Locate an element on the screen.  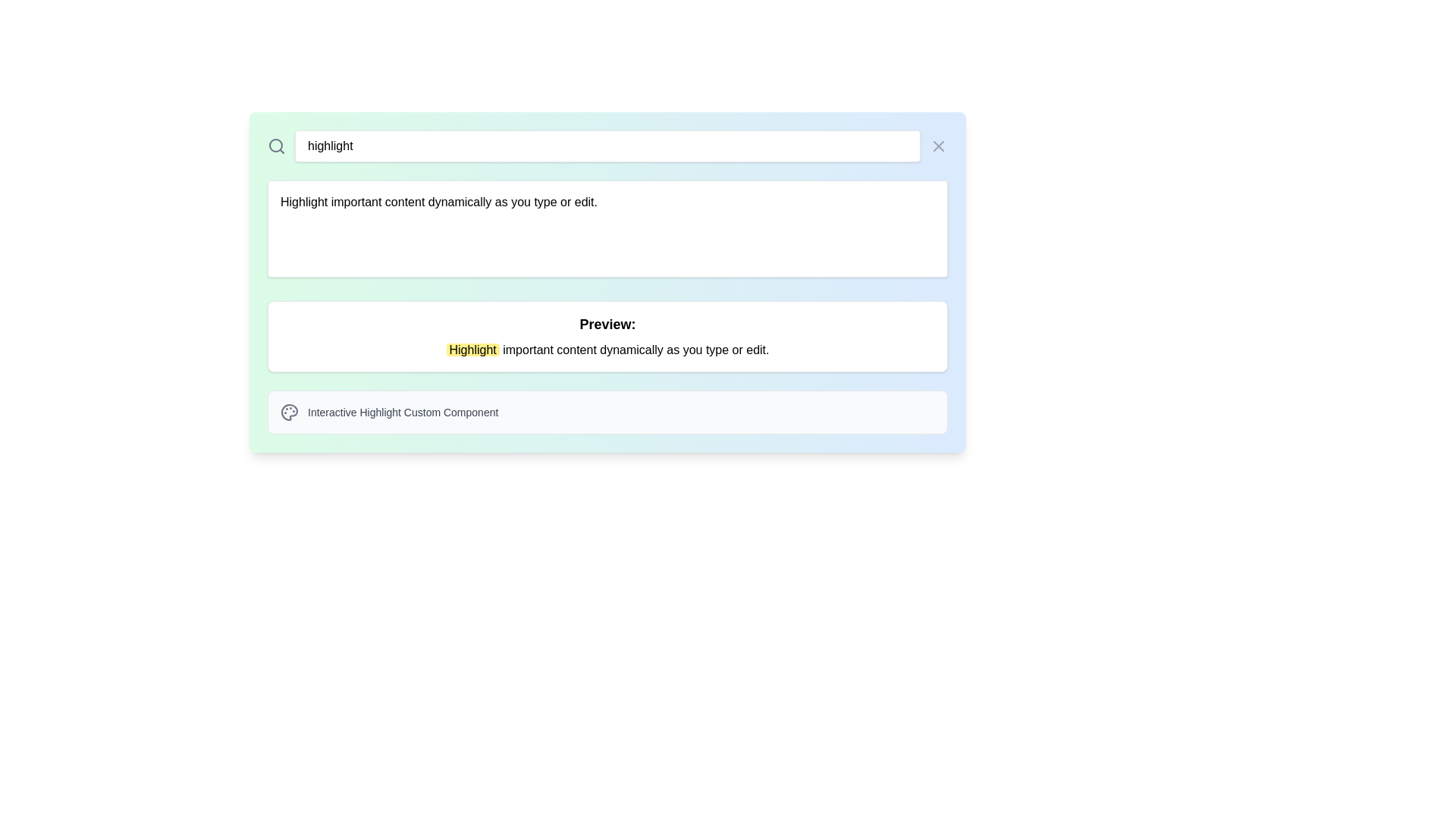
the highlighted word 'Highlight' in the text block that reads 'Highlight important content dynamically as you type or edit.' This word is styled with a yellow background and is the first word in the sentence, located in the 'Preview' section below a search bar is located at coordinates (472, 350).